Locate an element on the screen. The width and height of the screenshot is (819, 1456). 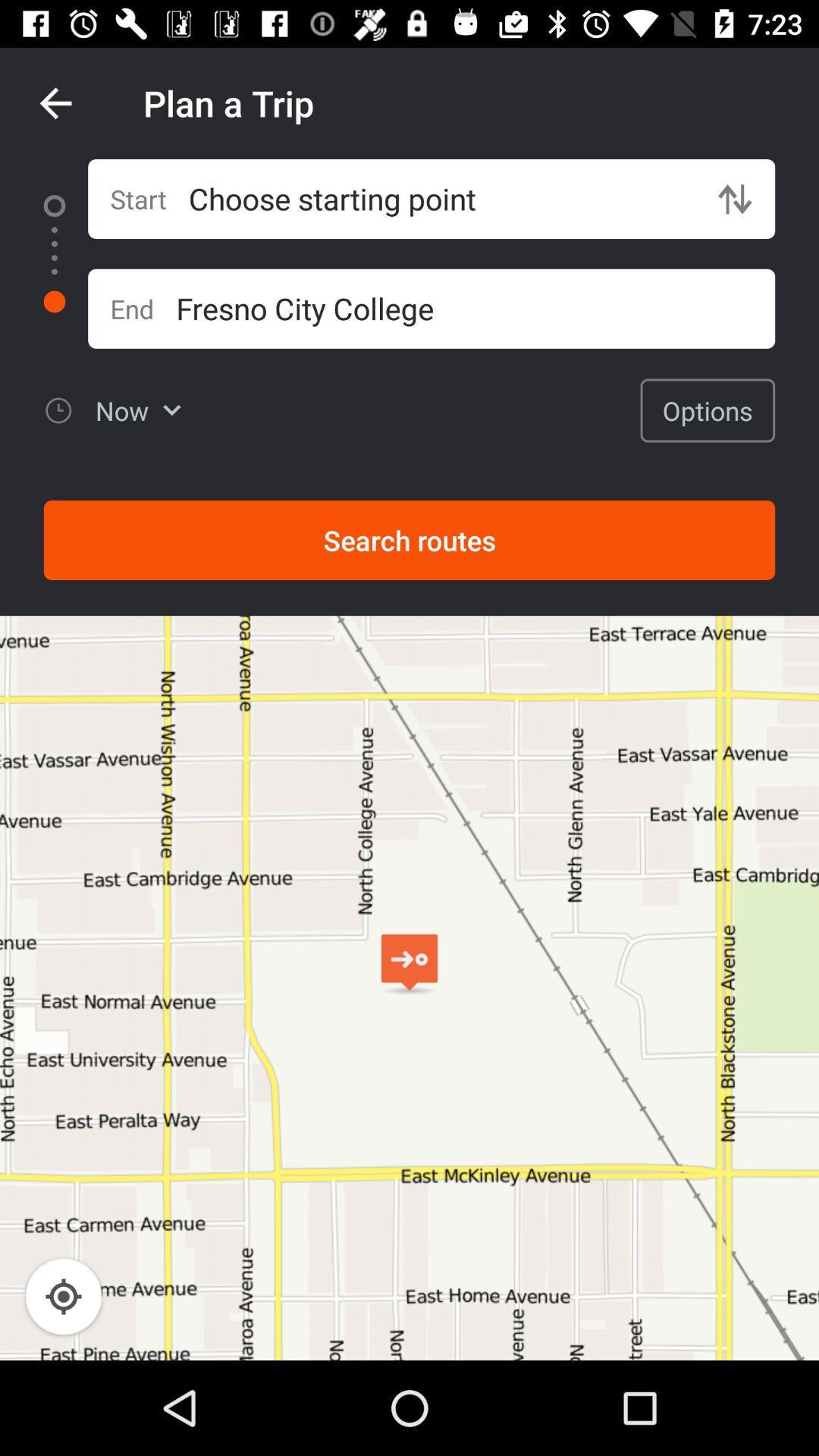
the fresno city college icon is located at coordinates (475, 307).